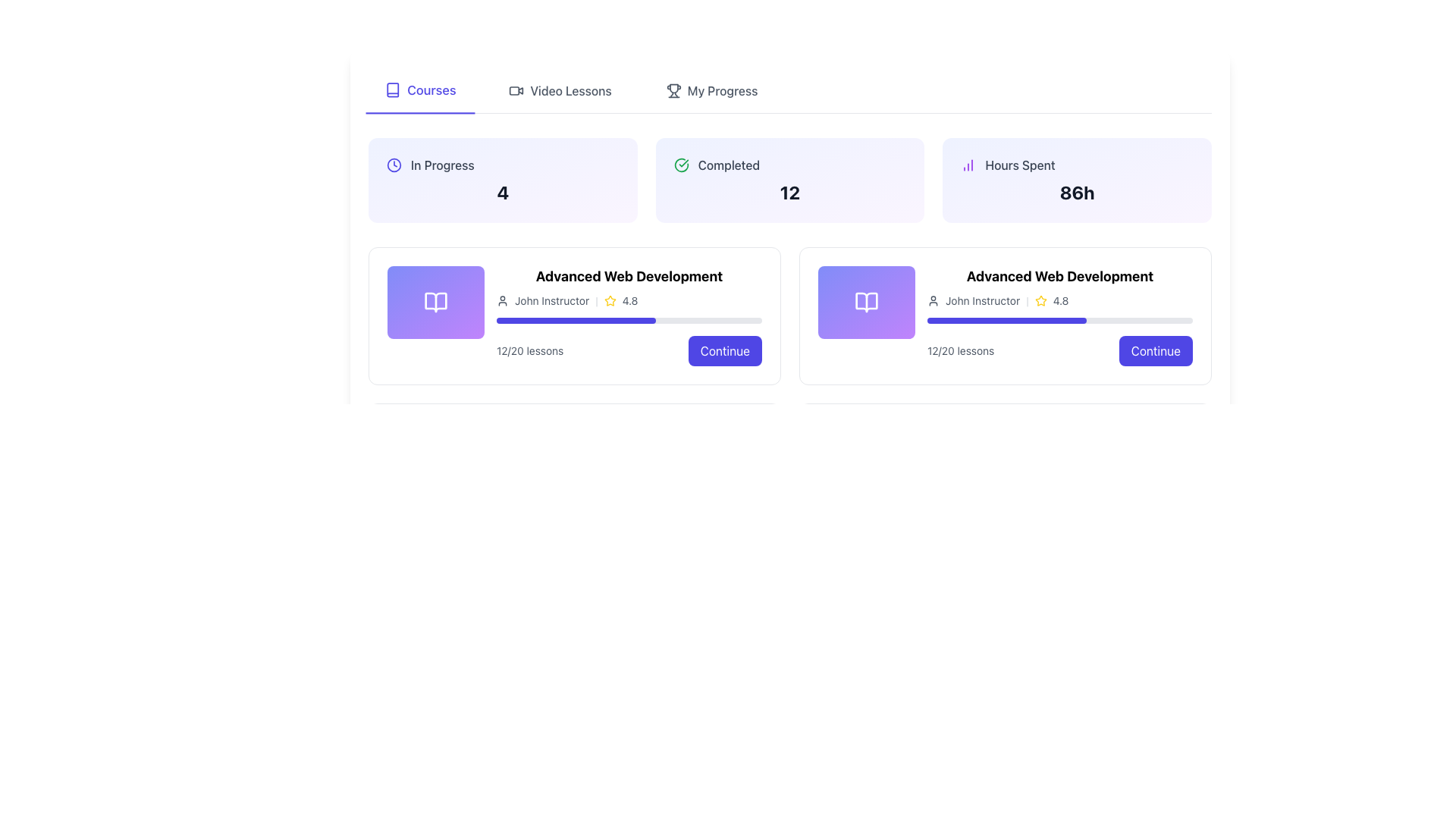  Describe the element at coordinates (394, 165) in the screenshot. I see `the circular part of the clock icon in the SVG image, located adjacent to the 'In Progress' text in the progress tracker section` at that location.